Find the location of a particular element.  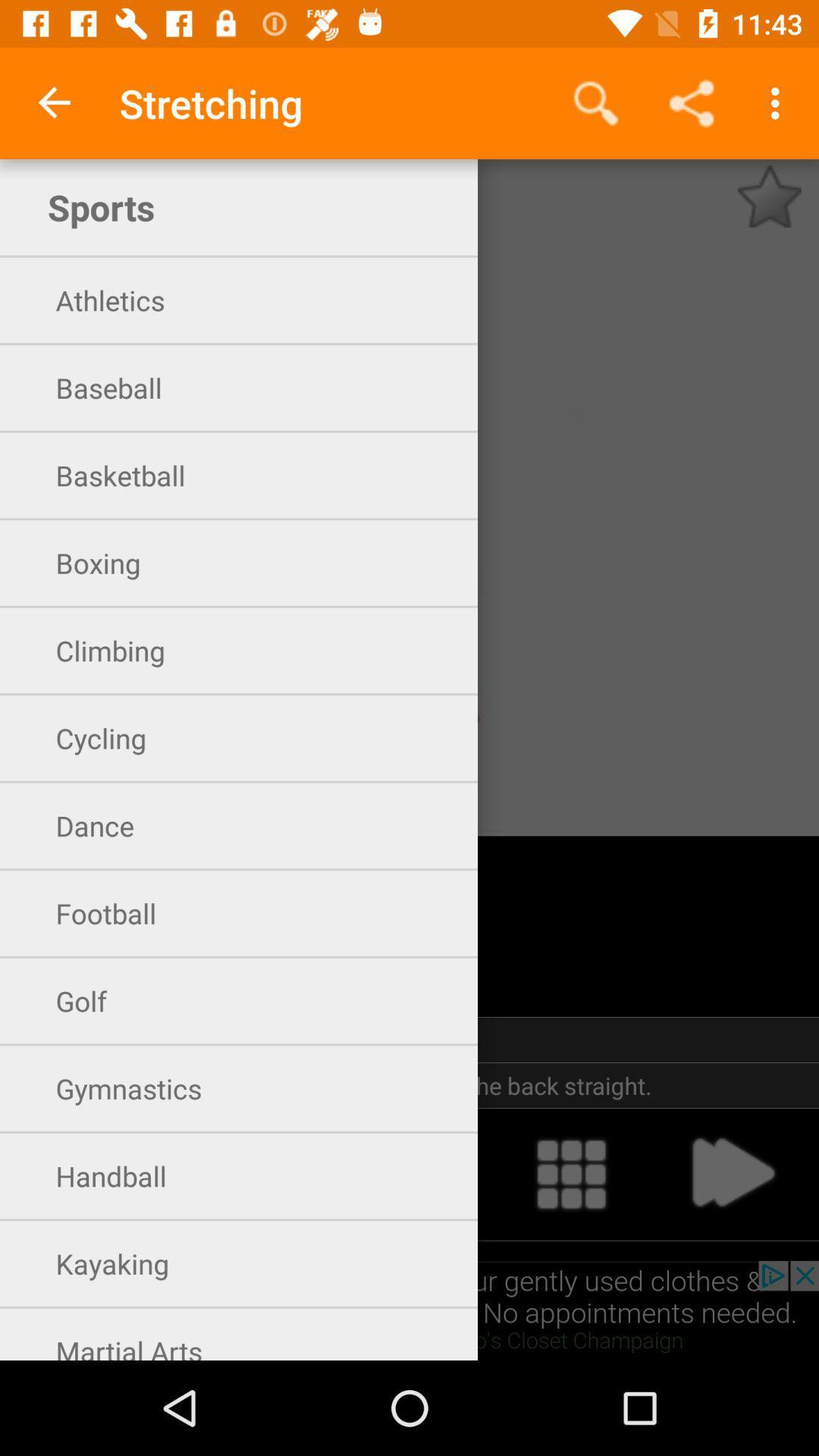

handball is located at coordinates (247, 1173).